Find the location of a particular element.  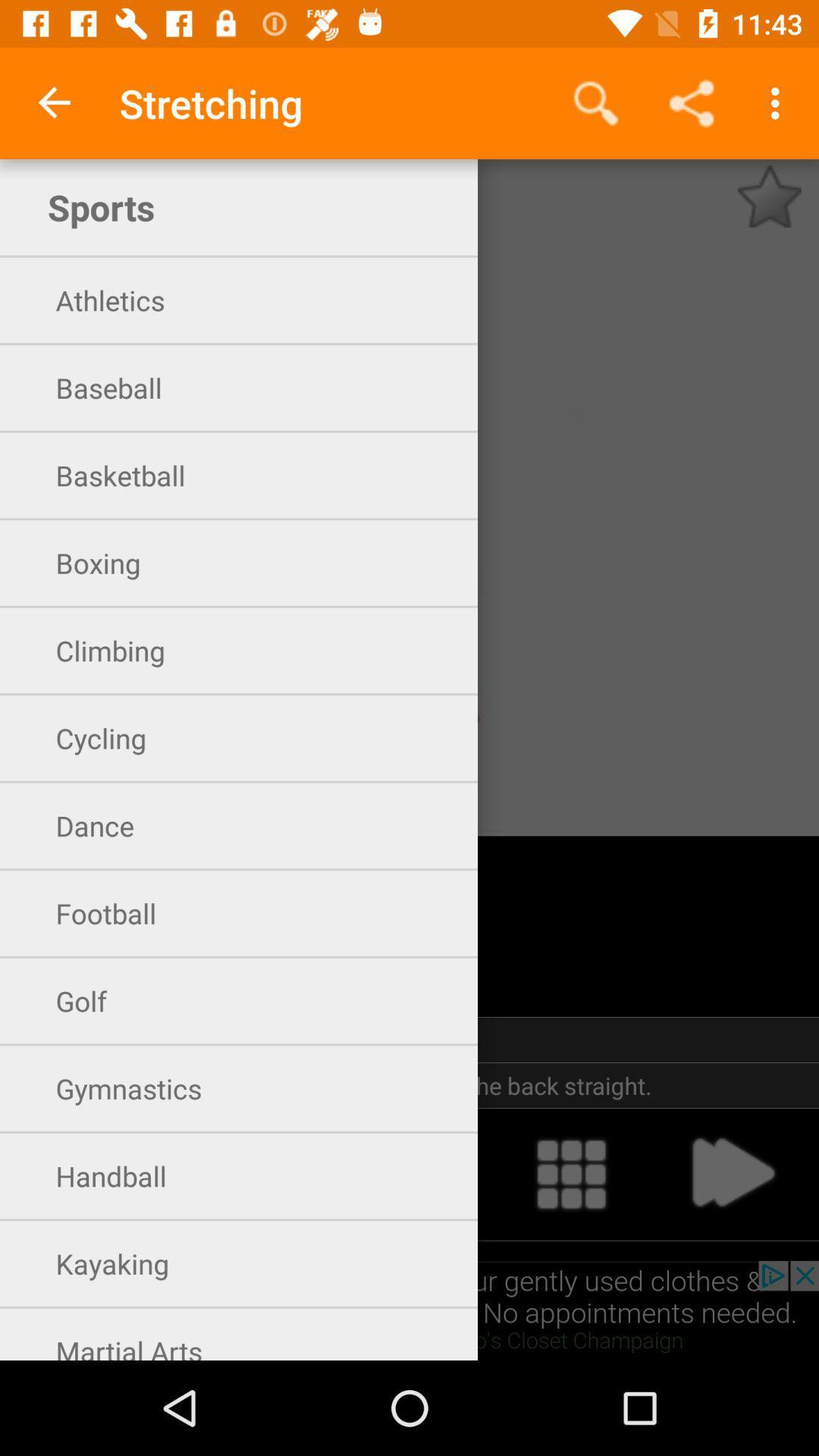

handball is located at coordinates (247, 1173).